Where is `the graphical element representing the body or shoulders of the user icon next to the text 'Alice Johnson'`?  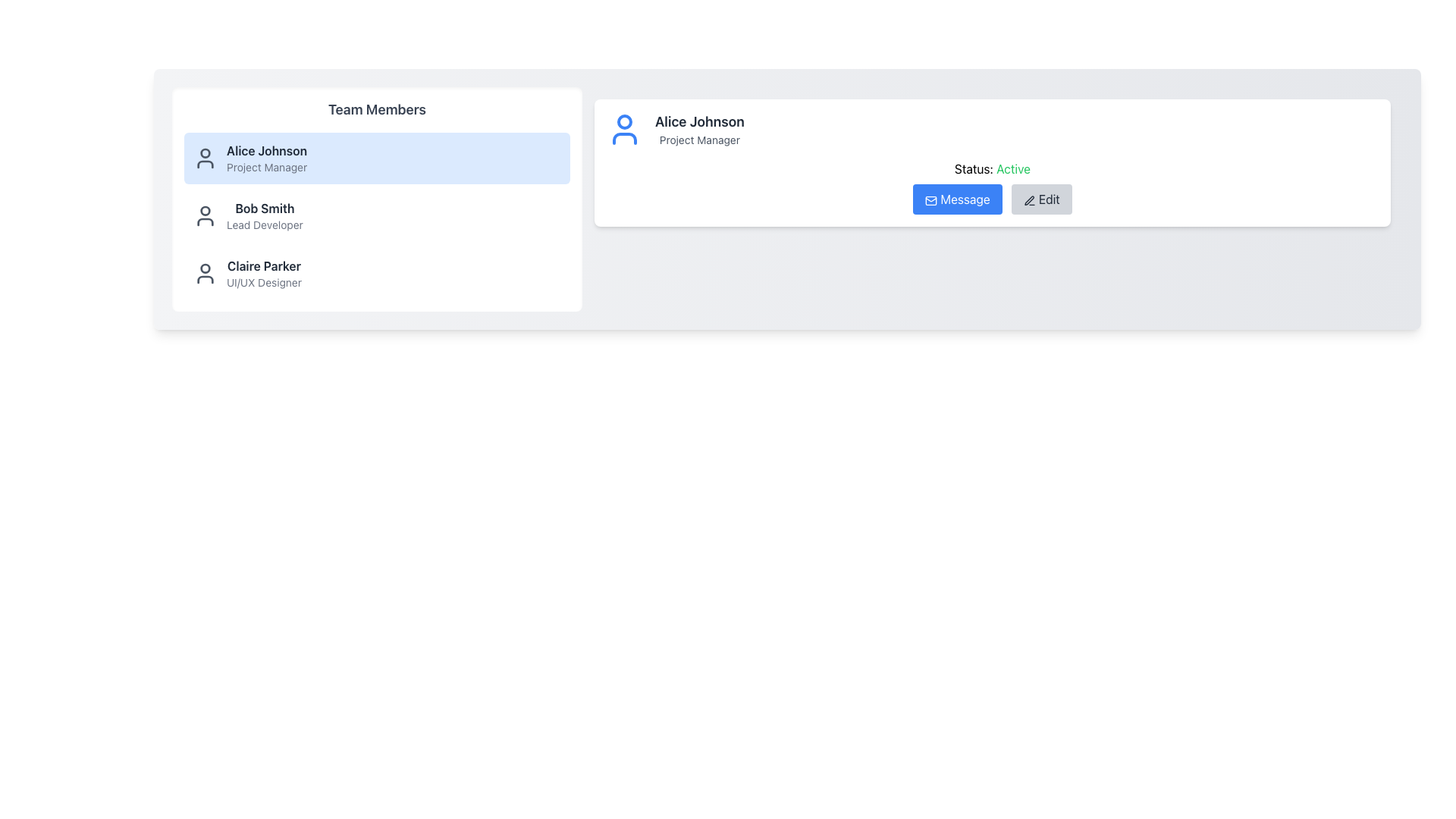 the graphical element representing the body or shoulders of the user icon next to the text 'Alice Johnson' is located at coordinates (204, 164).